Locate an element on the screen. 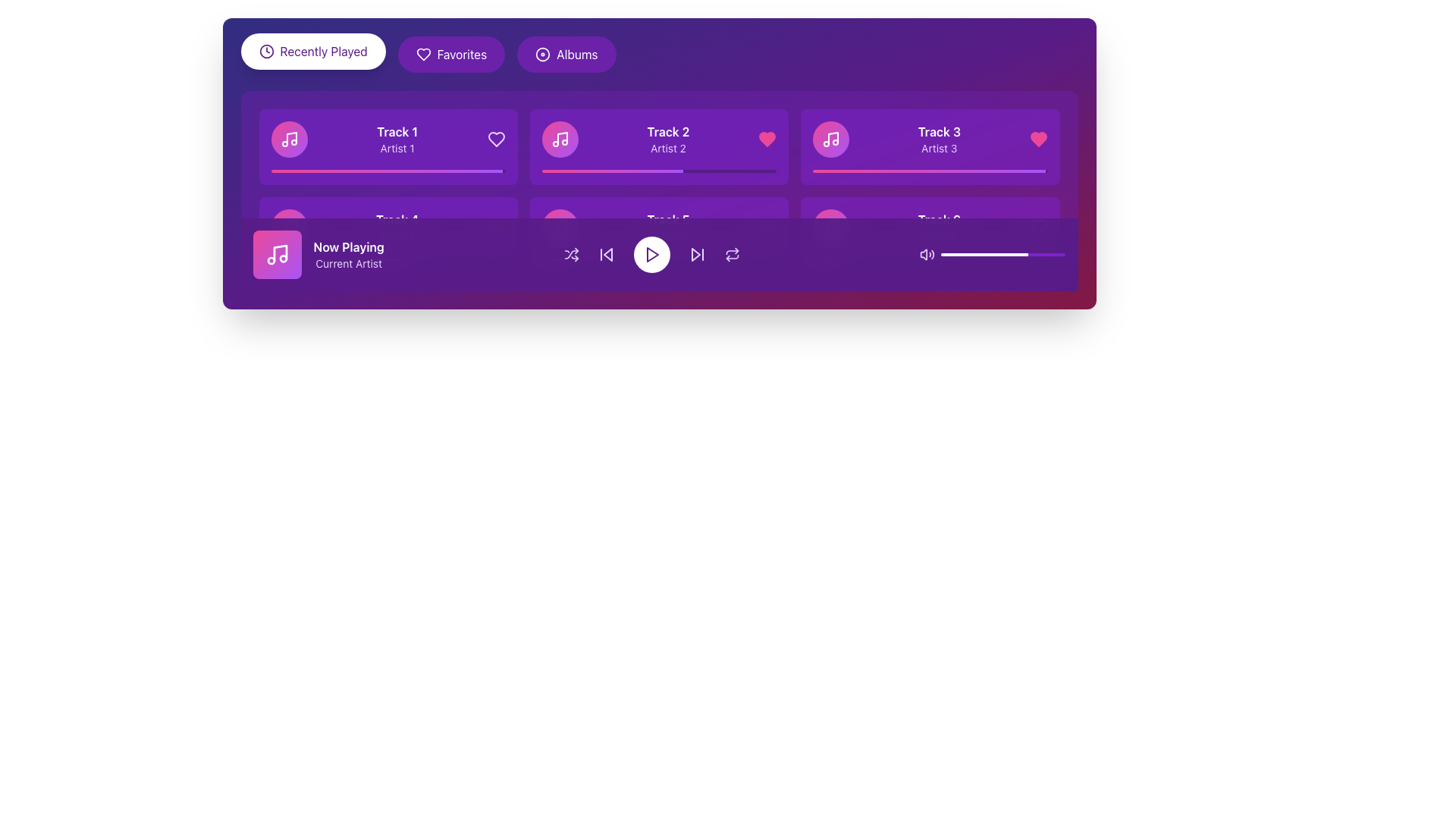 The width and height of the screenshot is (1456, 819). the volume level is located at coordinates (1028, 253).